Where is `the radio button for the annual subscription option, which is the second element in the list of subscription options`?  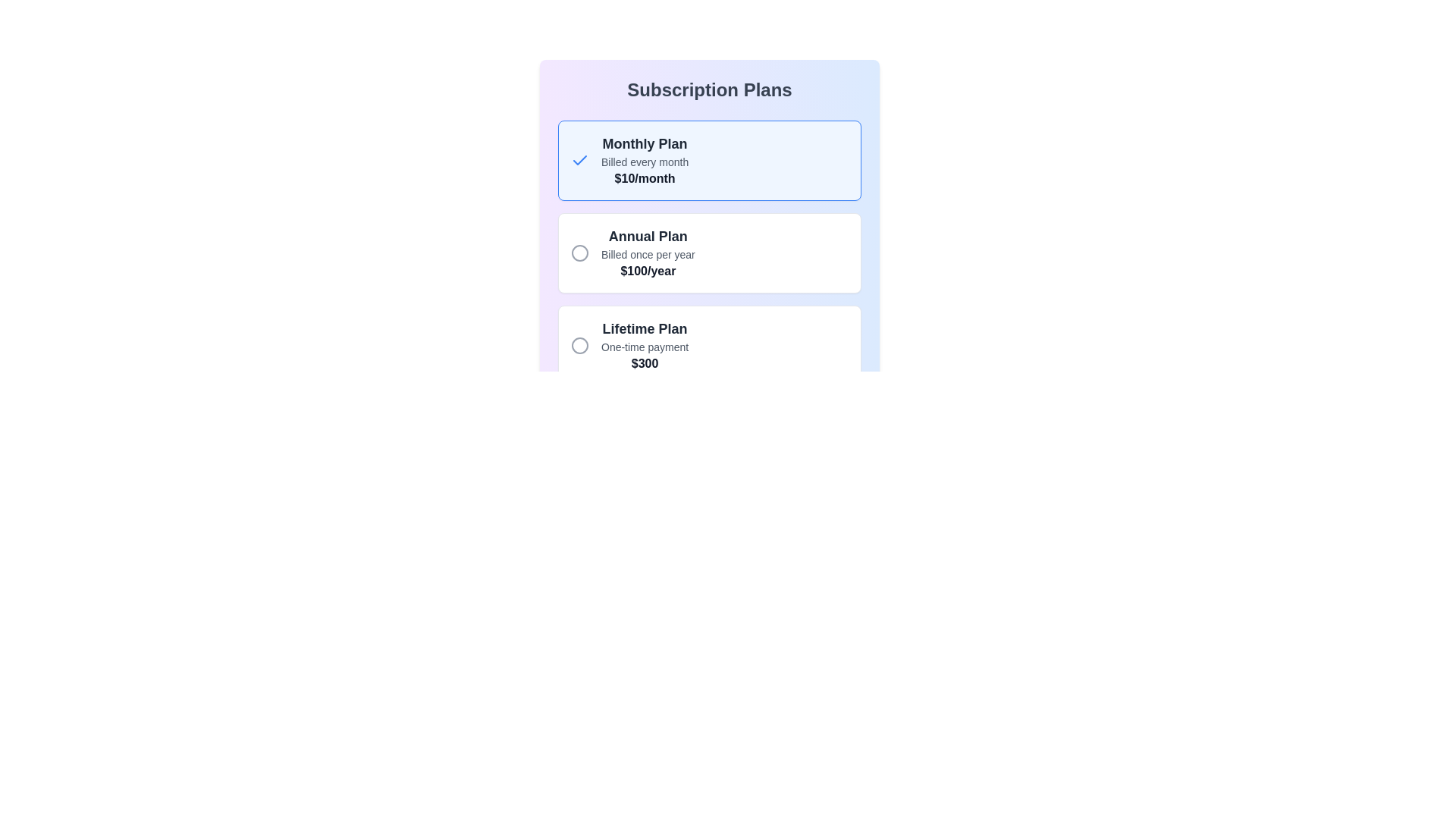 the radio button for the annual subscription option, which is the second element in the list of subscription options is located at coordinates (709, 253).